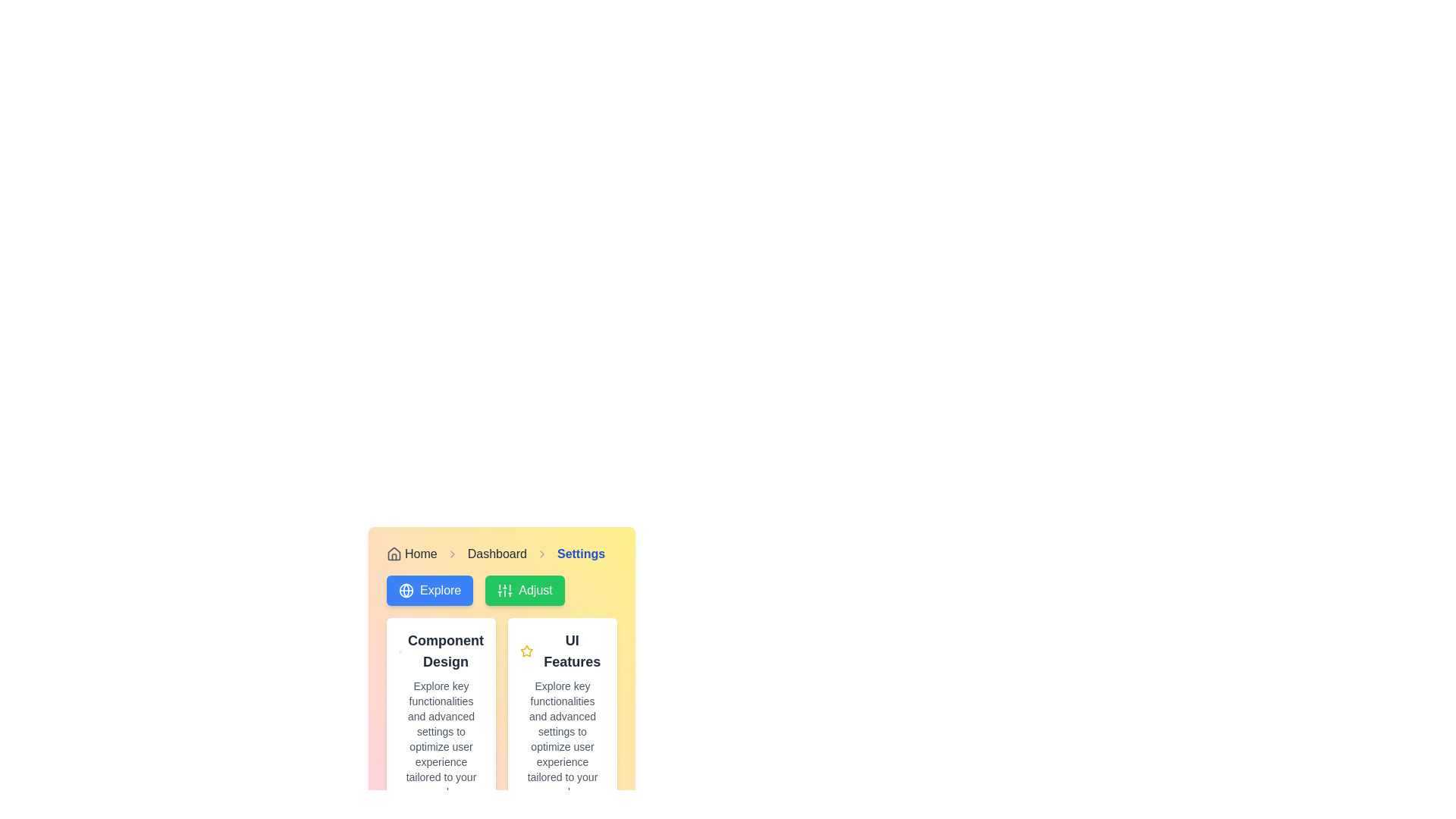 The width and height of the screenshot is (1456, 819). Describe the element at coordinates (505, 590) in the screenshot. I see `the green button labeled 'Adjust' which contains the icon used for adjusting settings, located near the top-center section of the interface` at that location.